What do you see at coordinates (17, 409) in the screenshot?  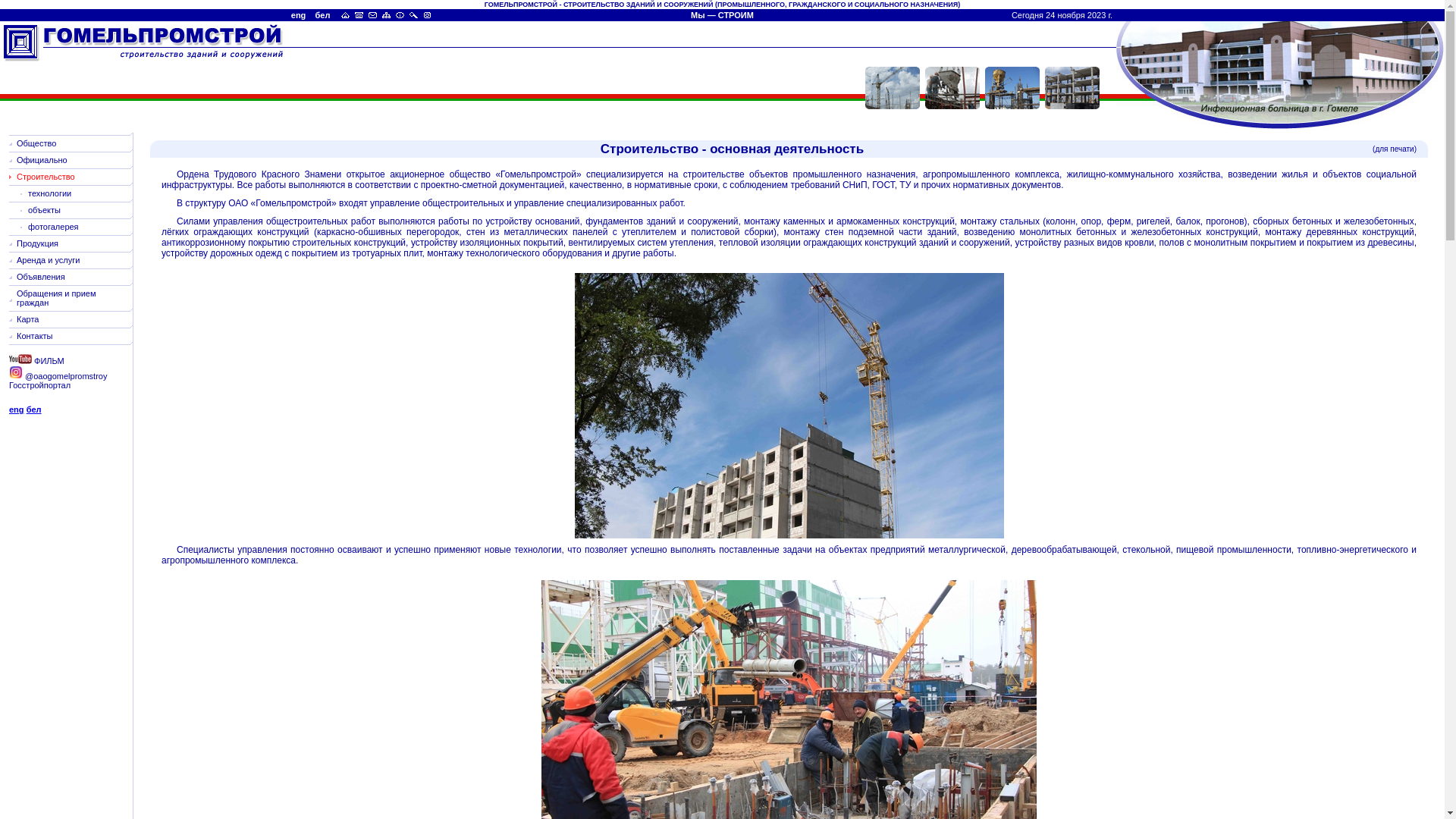 I see `'eng'` at bounding box center [17, 409].